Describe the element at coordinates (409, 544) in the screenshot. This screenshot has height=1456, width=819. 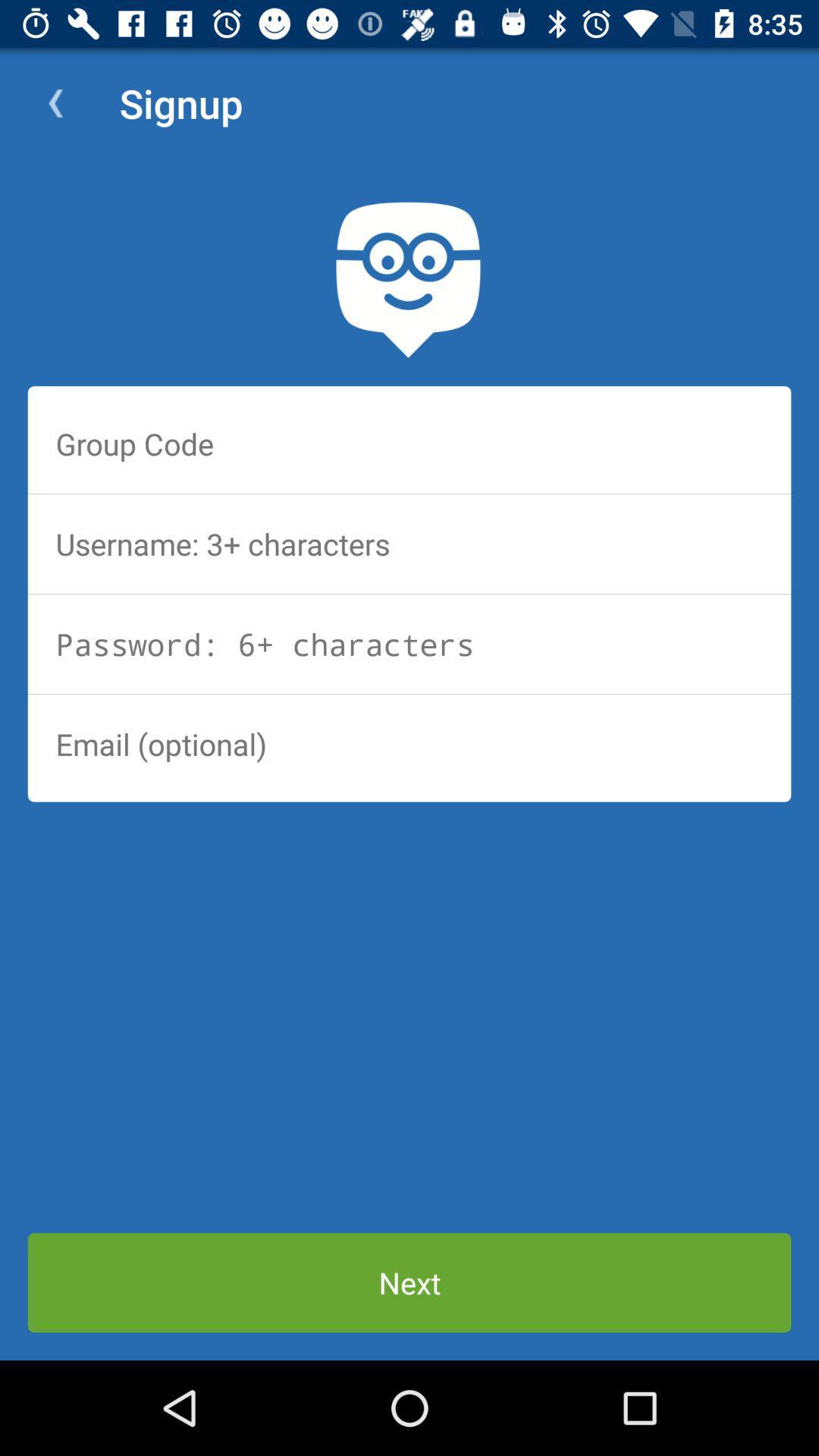
I see `unsername` at that location.